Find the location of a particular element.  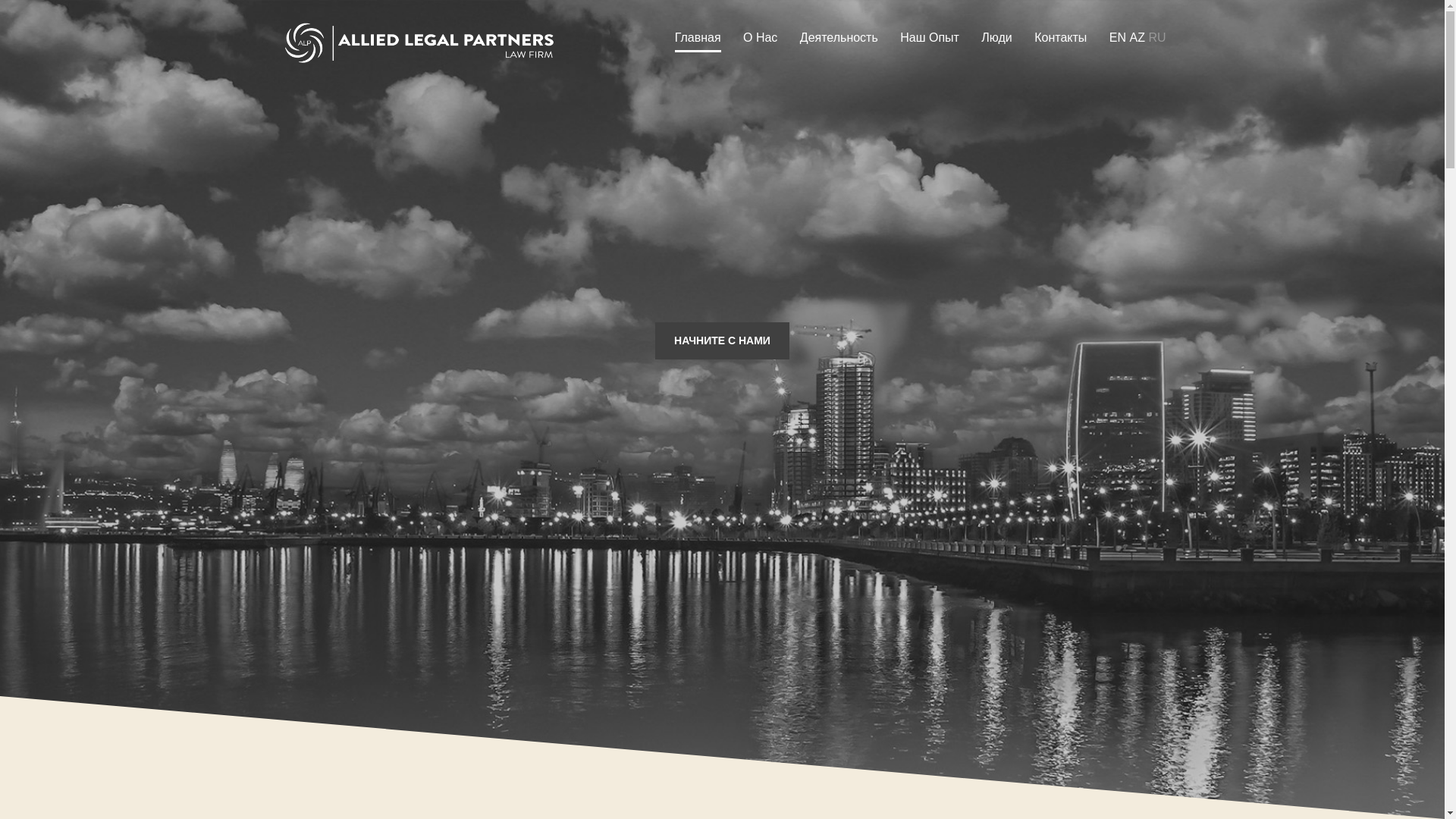

'AZ' is located at coordinates (1136, 37).